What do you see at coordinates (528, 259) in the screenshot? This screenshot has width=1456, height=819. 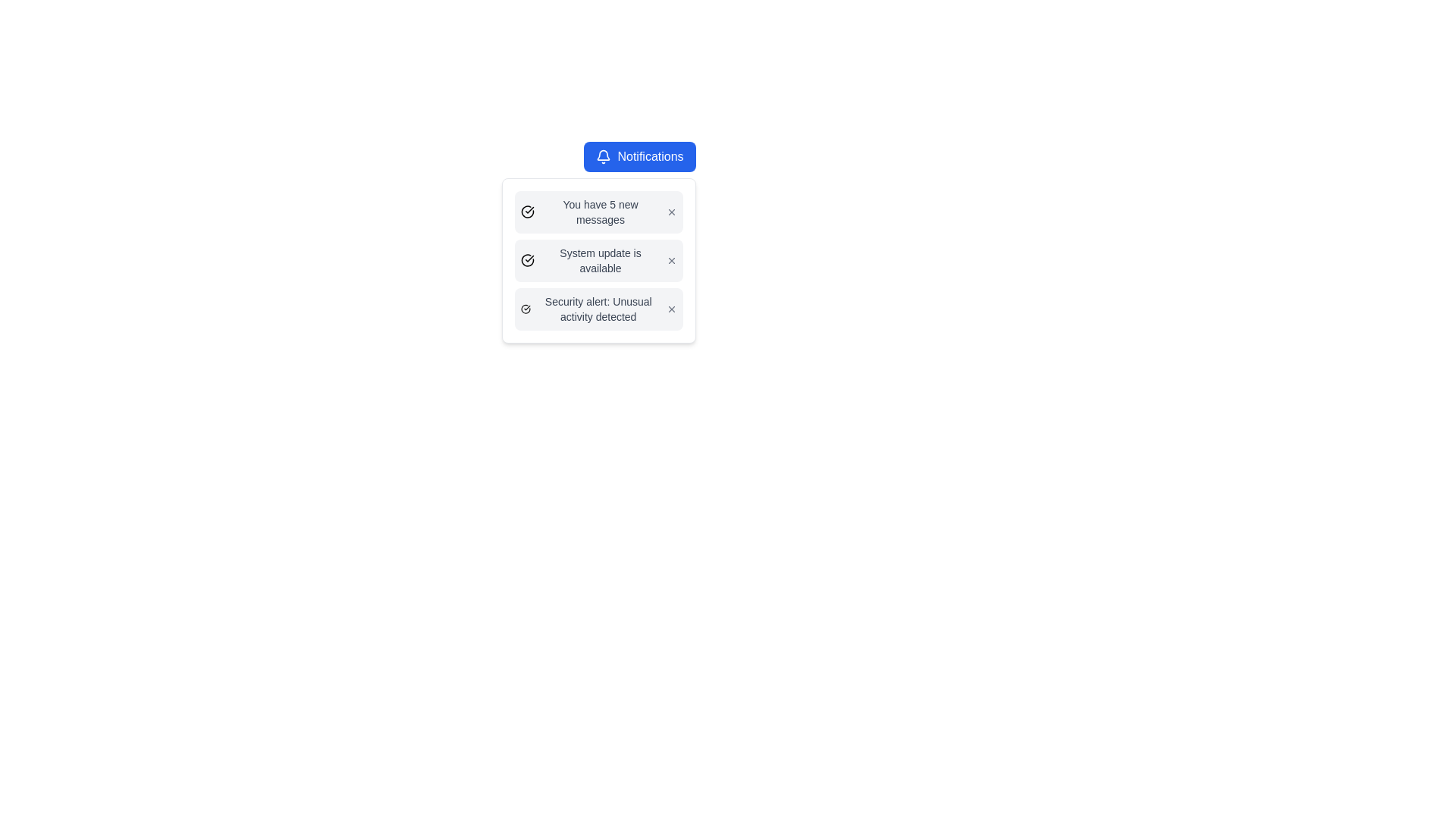 I see `the circular vector icon component located to the left of the notification text 'System update is available.'` at bounding box center [528, 259].